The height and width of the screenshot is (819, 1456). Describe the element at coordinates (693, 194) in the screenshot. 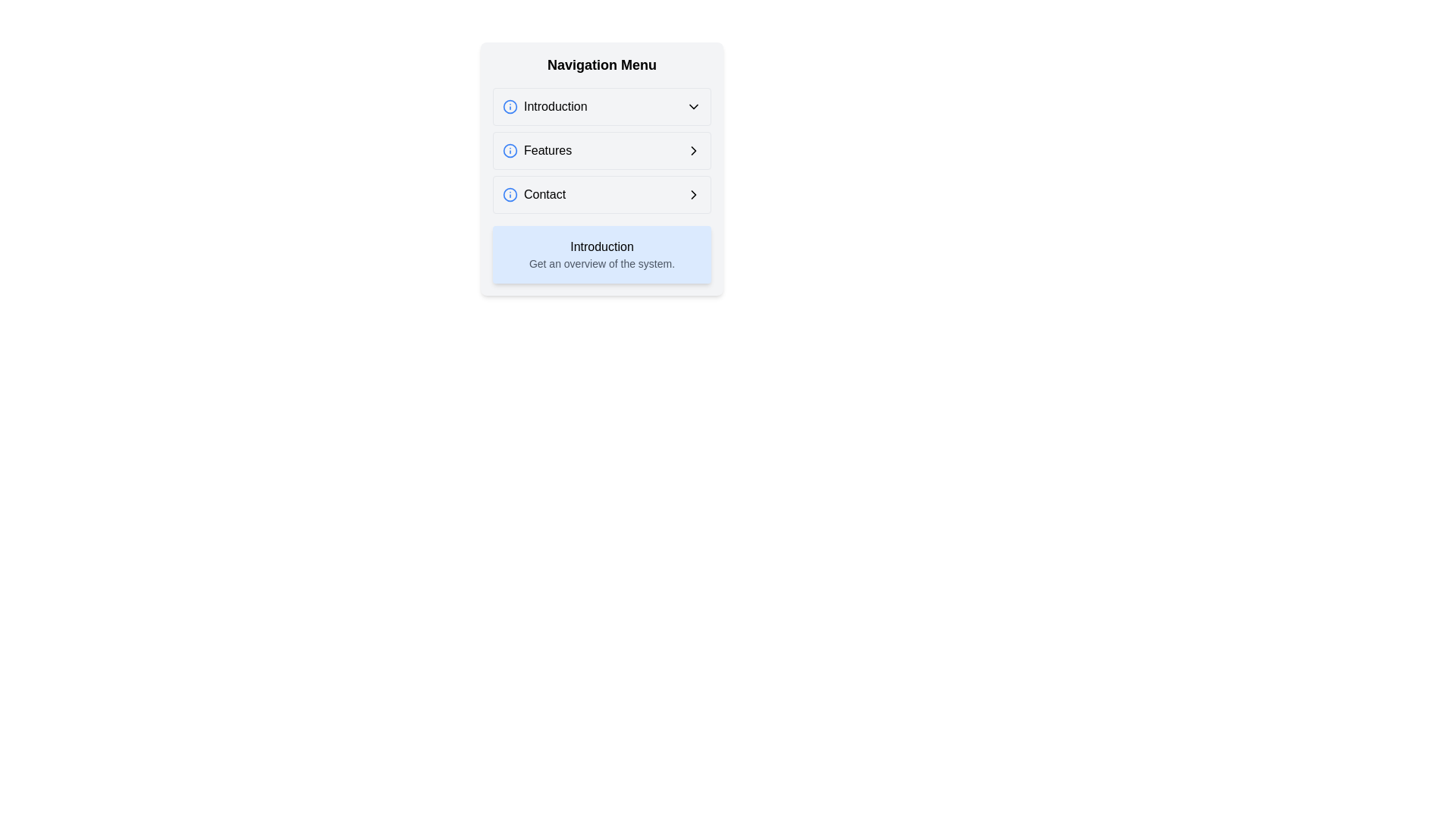

I see `the rightward-pointing chevron icon with a black outline that is located to the right of the 'Contact' text` at that location.